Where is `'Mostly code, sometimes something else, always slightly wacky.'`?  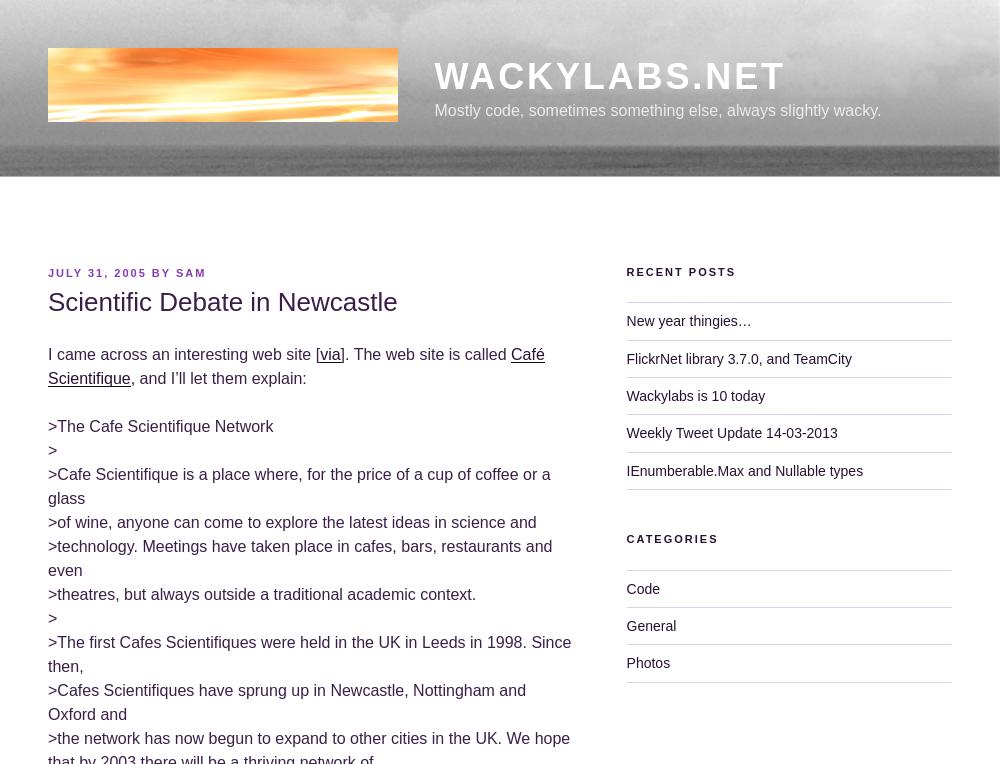
'Mostly code, sometimes something else, always slightly wacky.' is located at coordinates (657, 108).